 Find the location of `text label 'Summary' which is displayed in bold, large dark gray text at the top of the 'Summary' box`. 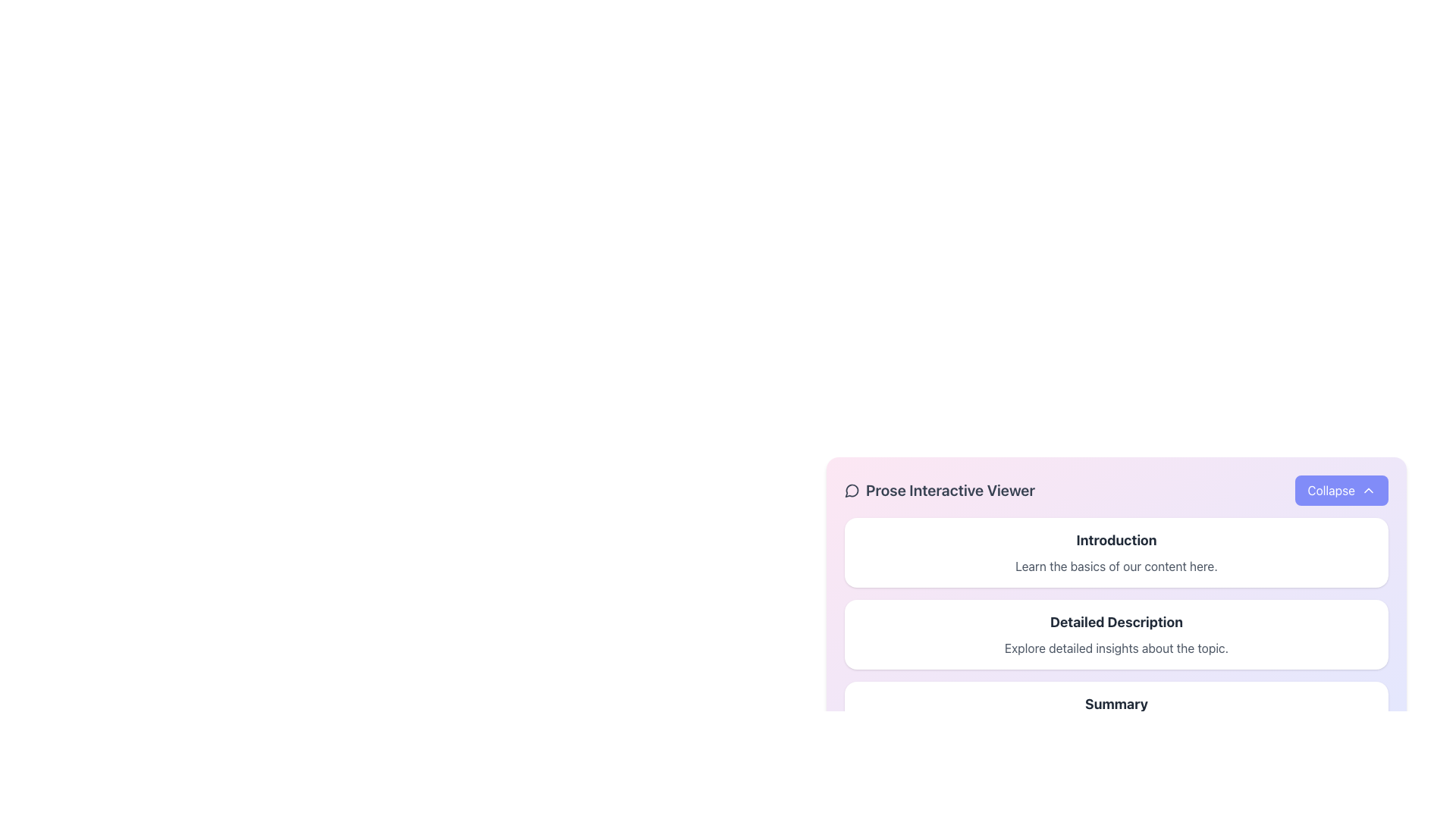

text label 'Summary' which is displayed in bold, large dark gray text at the top of the 'Summary' box is located at coordinates (1116, 704).